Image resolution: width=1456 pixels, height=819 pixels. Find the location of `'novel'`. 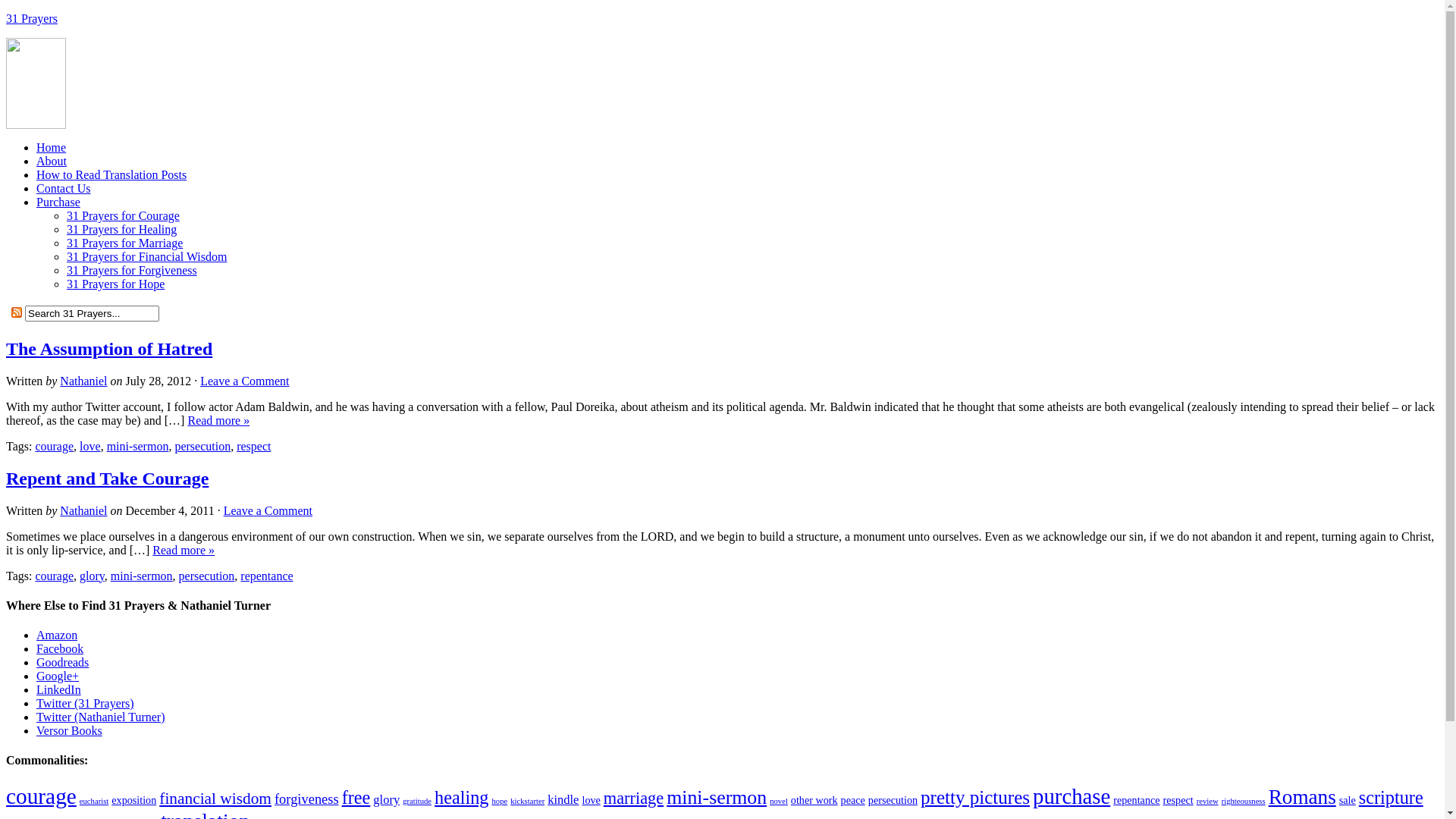

'novel' is located at coordinates (779, 800).